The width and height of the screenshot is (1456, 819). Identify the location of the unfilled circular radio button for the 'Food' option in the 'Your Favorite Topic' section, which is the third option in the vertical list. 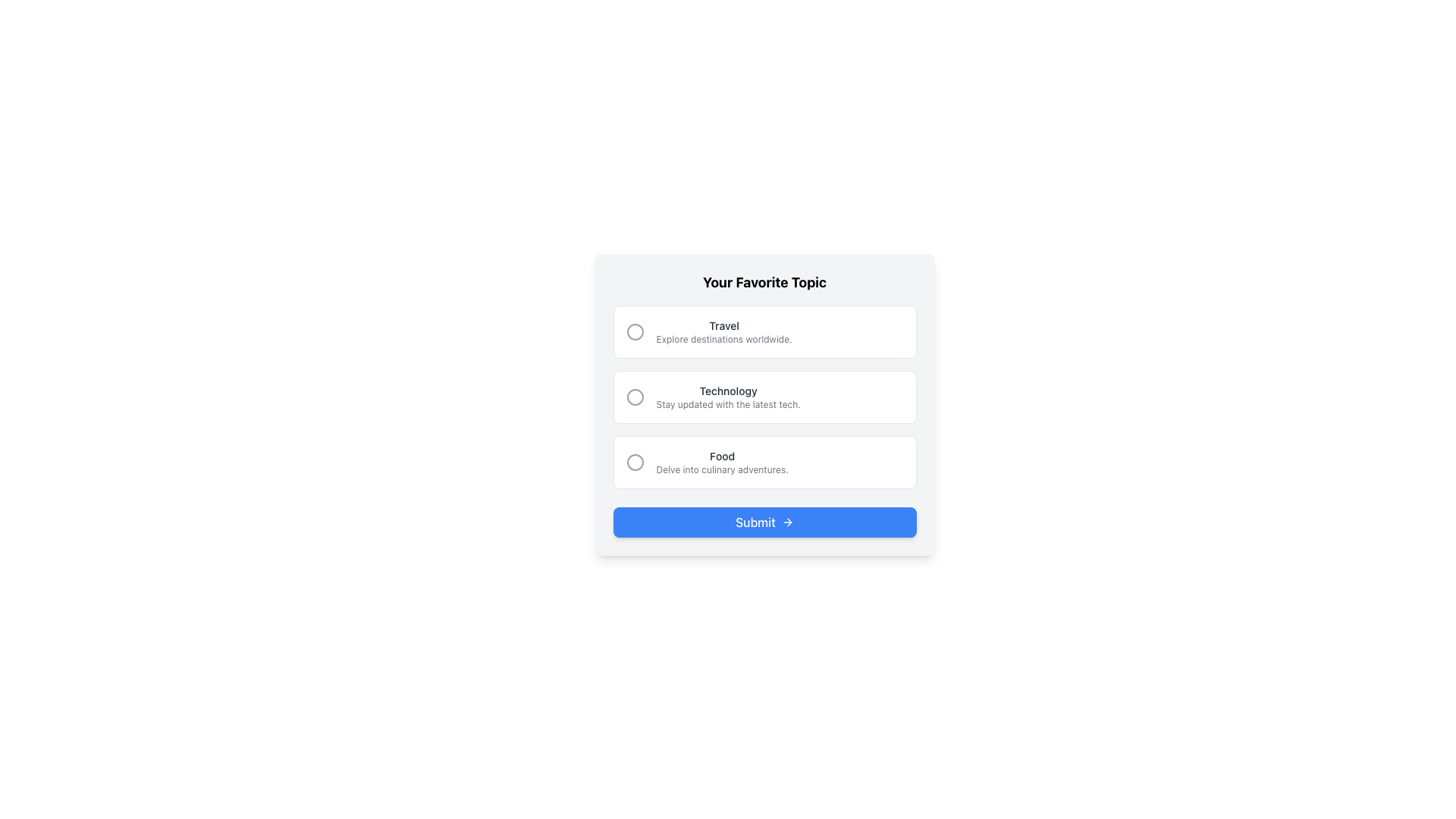
(635, 461).